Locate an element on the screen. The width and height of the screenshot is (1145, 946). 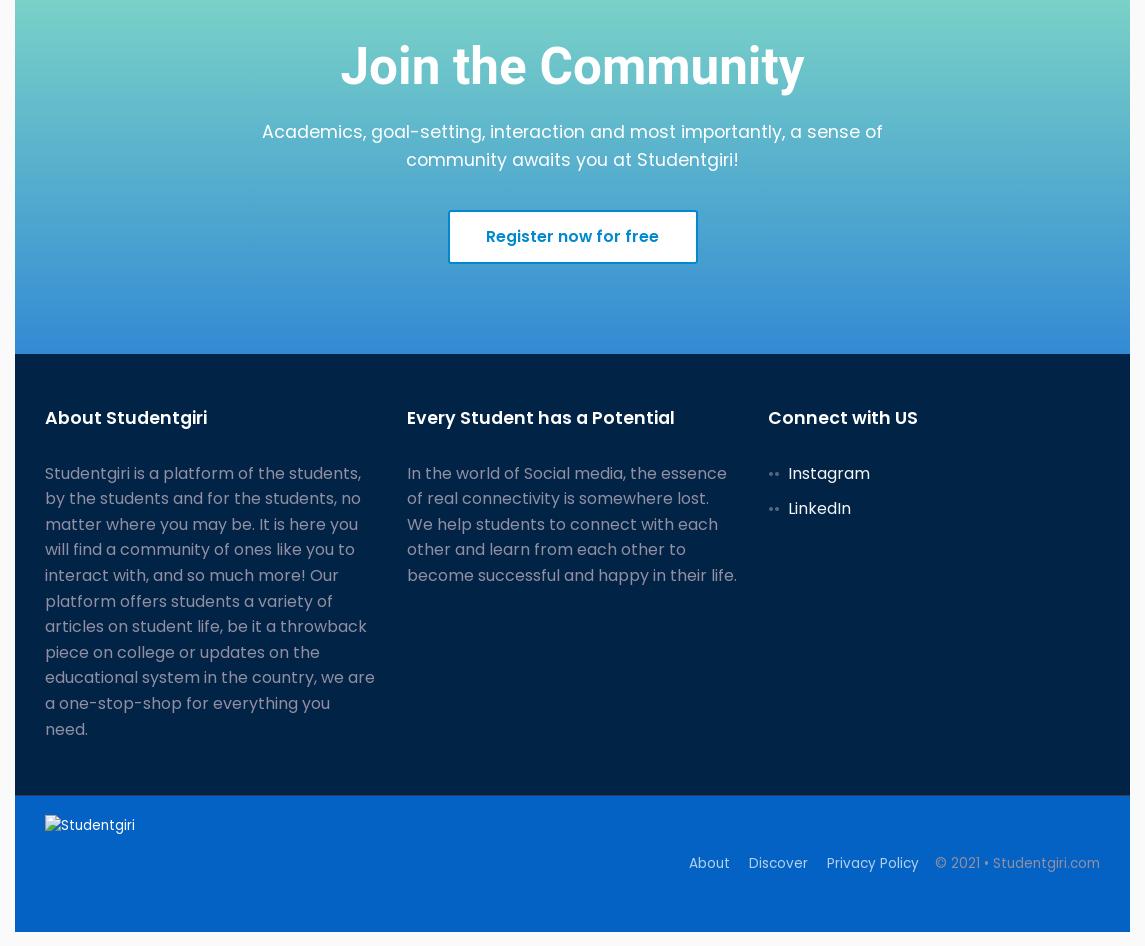
'Instagram' is located at coordinates (828, 471).